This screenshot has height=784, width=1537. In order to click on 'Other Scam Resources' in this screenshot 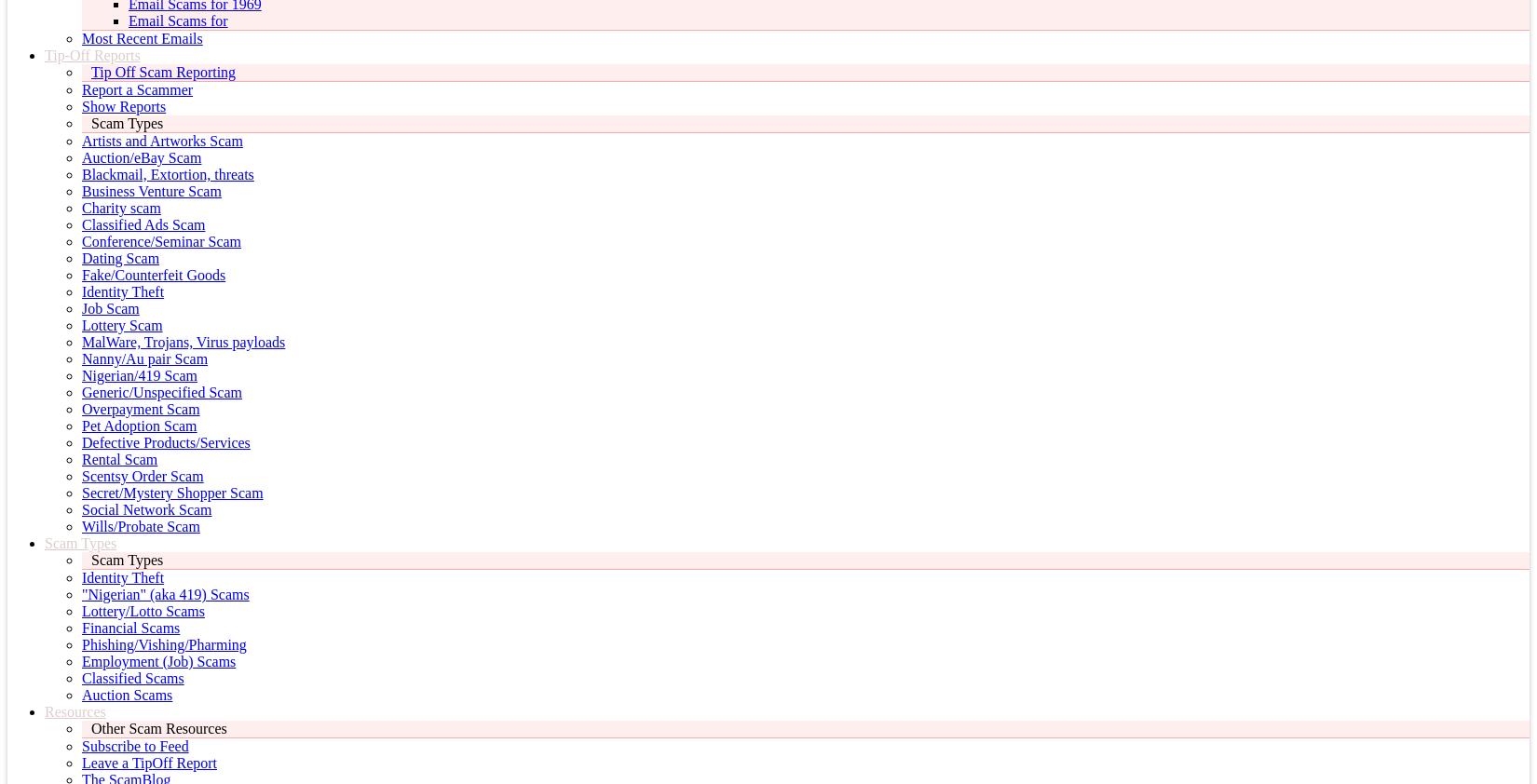, I will do `click(91, 728)`.